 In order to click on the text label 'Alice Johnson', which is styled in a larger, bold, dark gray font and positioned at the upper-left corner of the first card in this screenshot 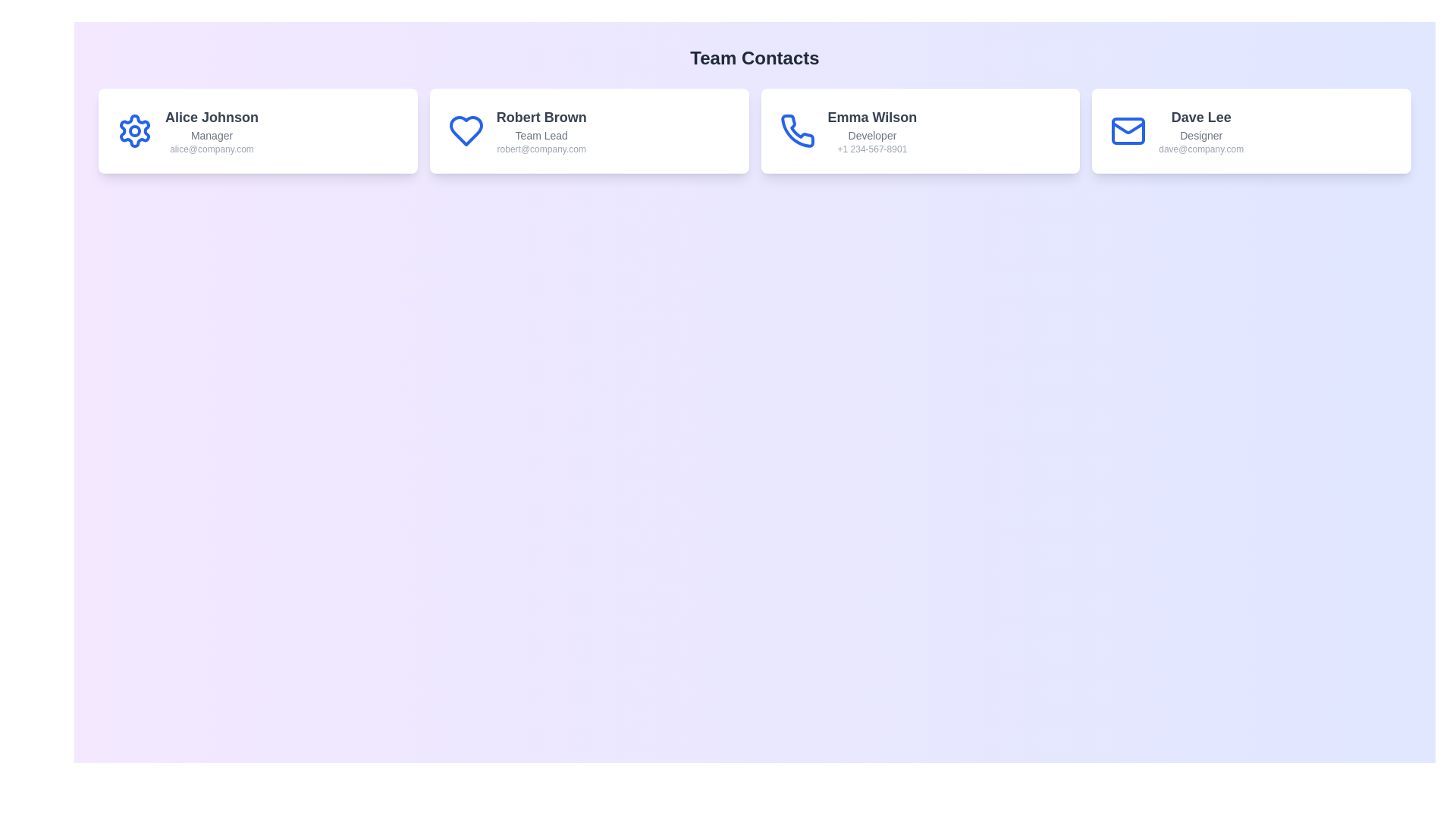, I will do `click(211, 116)`.